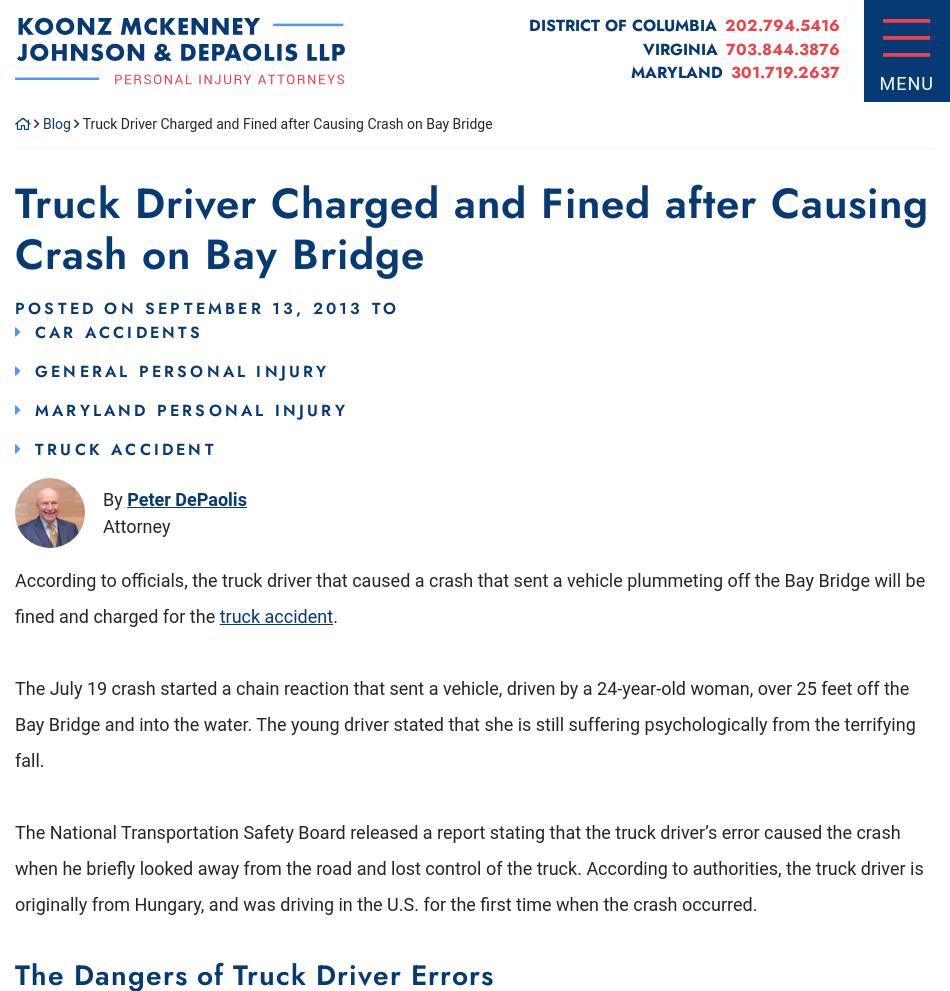  I want to click on 'Transportation Accidents', so click(222, 155).